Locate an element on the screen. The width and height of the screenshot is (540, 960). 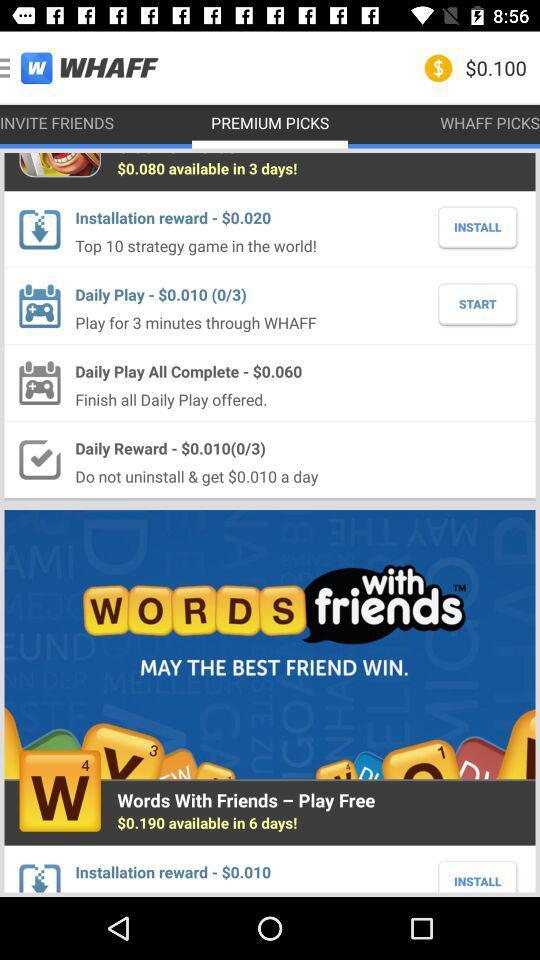
the invite friends item is located at coordinates (57, 121).